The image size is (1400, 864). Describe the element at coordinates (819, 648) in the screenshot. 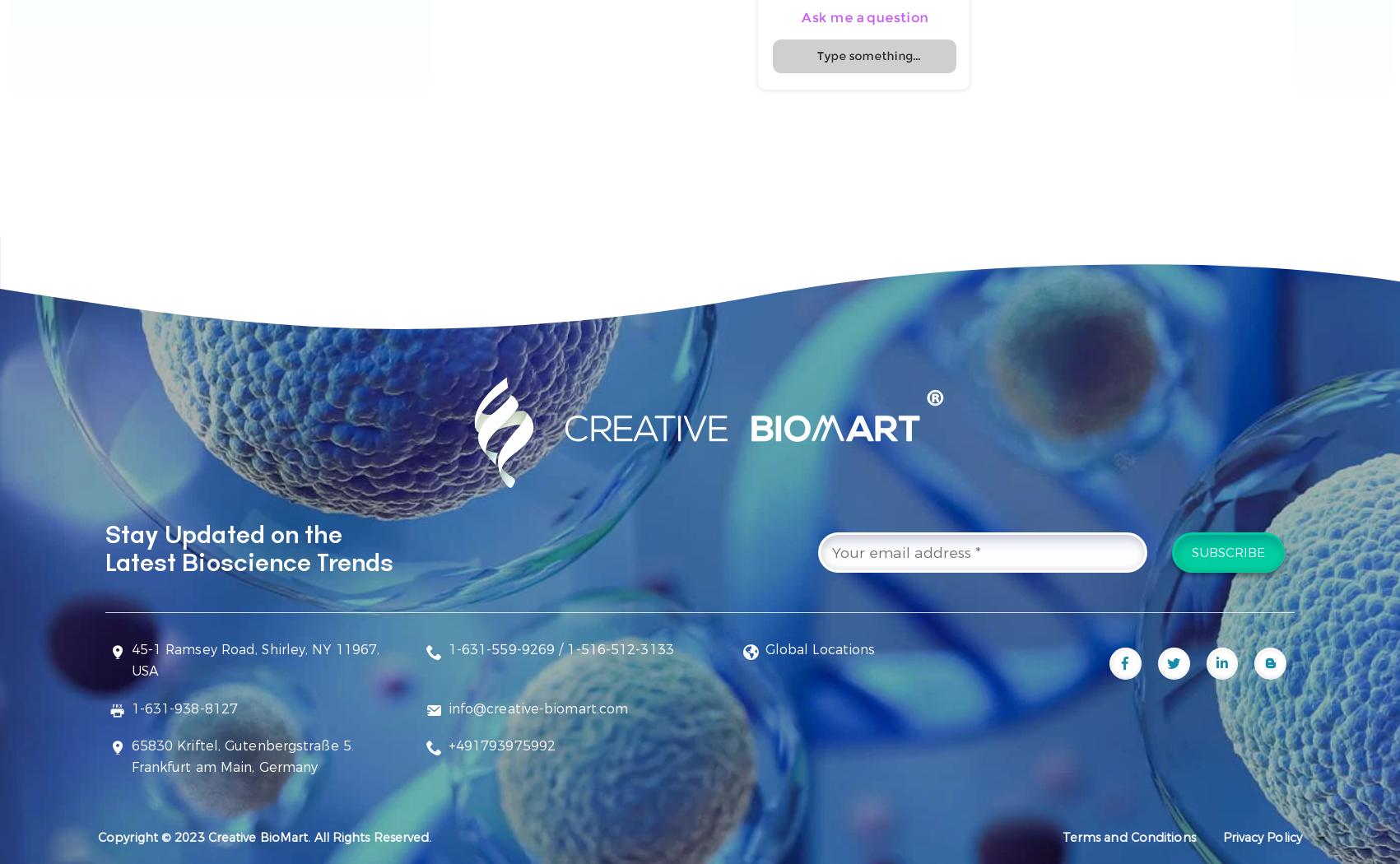

I see `'Global Locations'` at that location.